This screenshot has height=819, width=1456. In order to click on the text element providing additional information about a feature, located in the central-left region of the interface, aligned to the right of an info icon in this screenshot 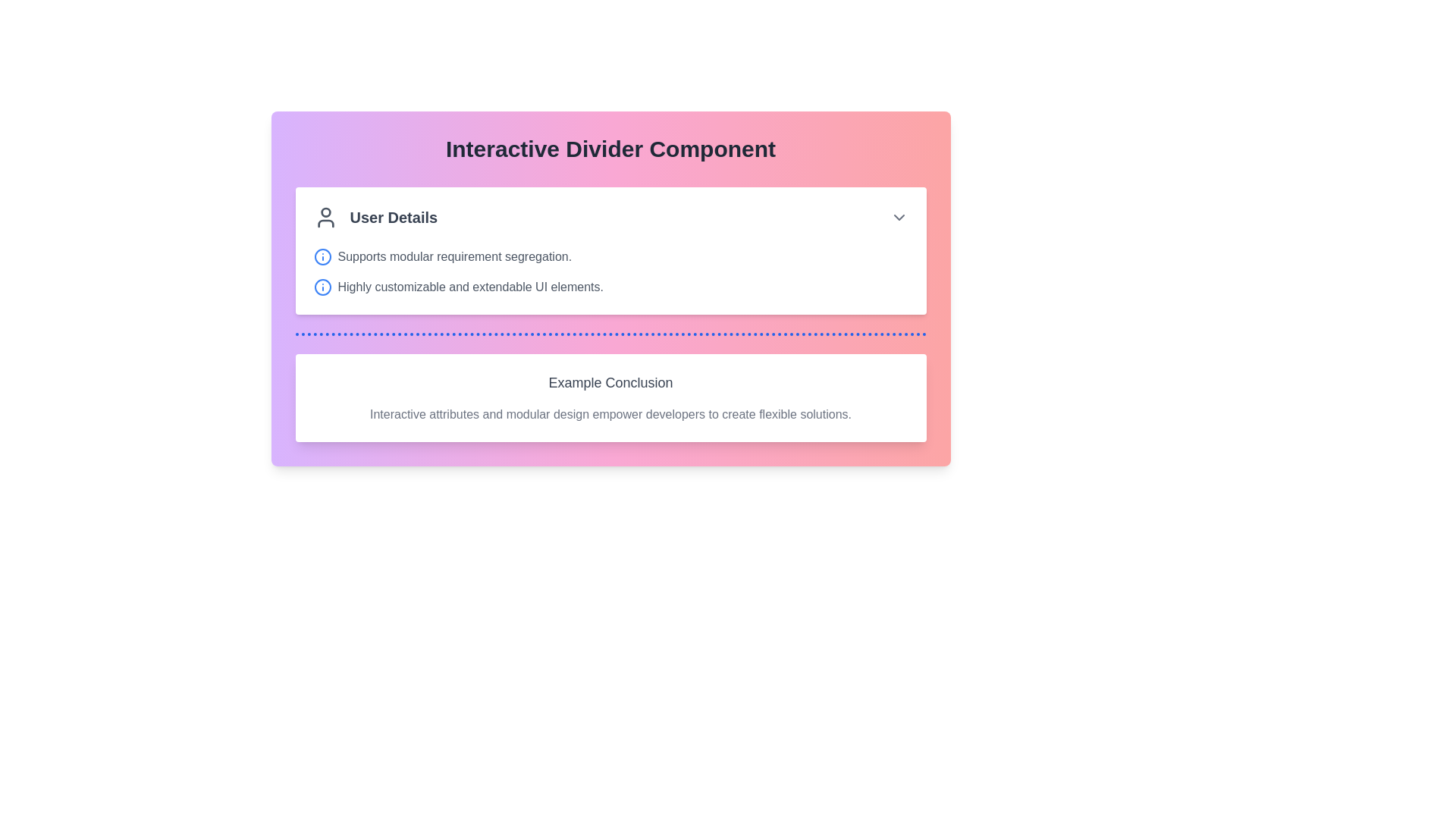, I will do `click(453, 256)`.